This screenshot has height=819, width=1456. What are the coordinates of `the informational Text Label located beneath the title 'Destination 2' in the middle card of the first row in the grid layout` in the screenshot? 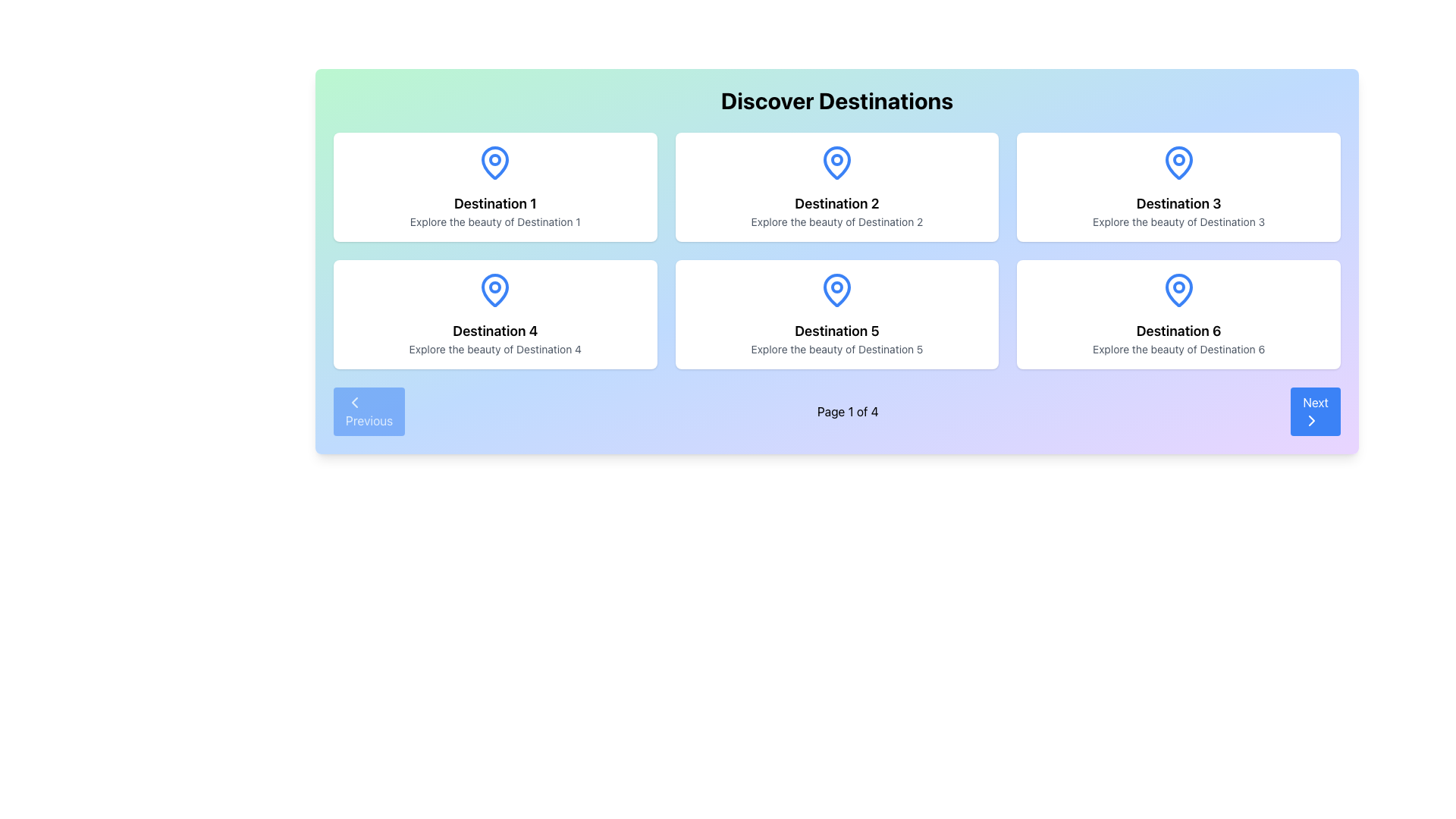 It's located at (836, 222).